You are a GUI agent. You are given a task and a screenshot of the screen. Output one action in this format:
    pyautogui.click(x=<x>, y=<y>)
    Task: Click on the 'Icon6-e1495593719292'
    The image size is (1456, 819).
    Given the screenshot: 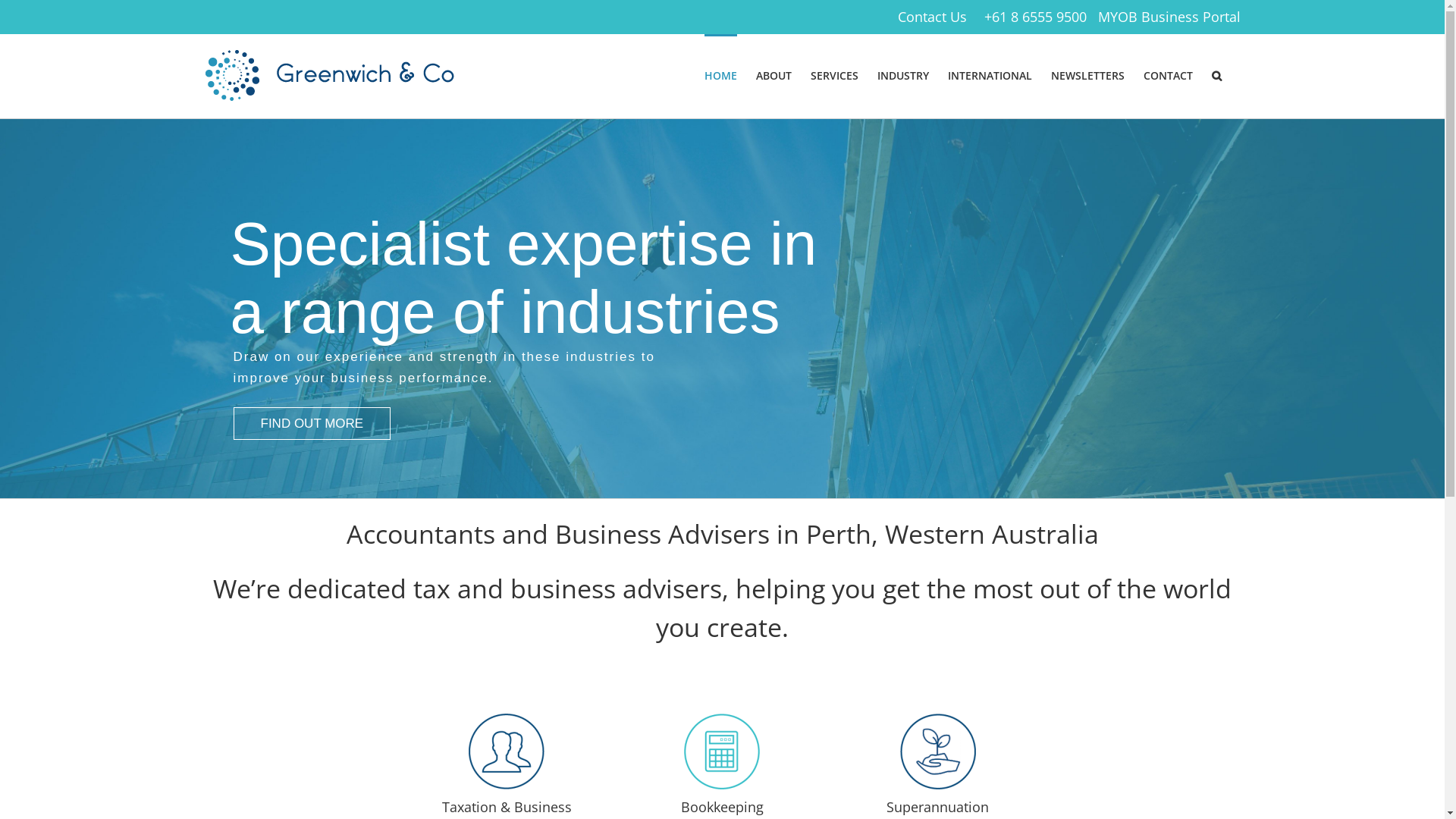 What is the action you would take?
    pyautogui.click(x=899, y=752)
    